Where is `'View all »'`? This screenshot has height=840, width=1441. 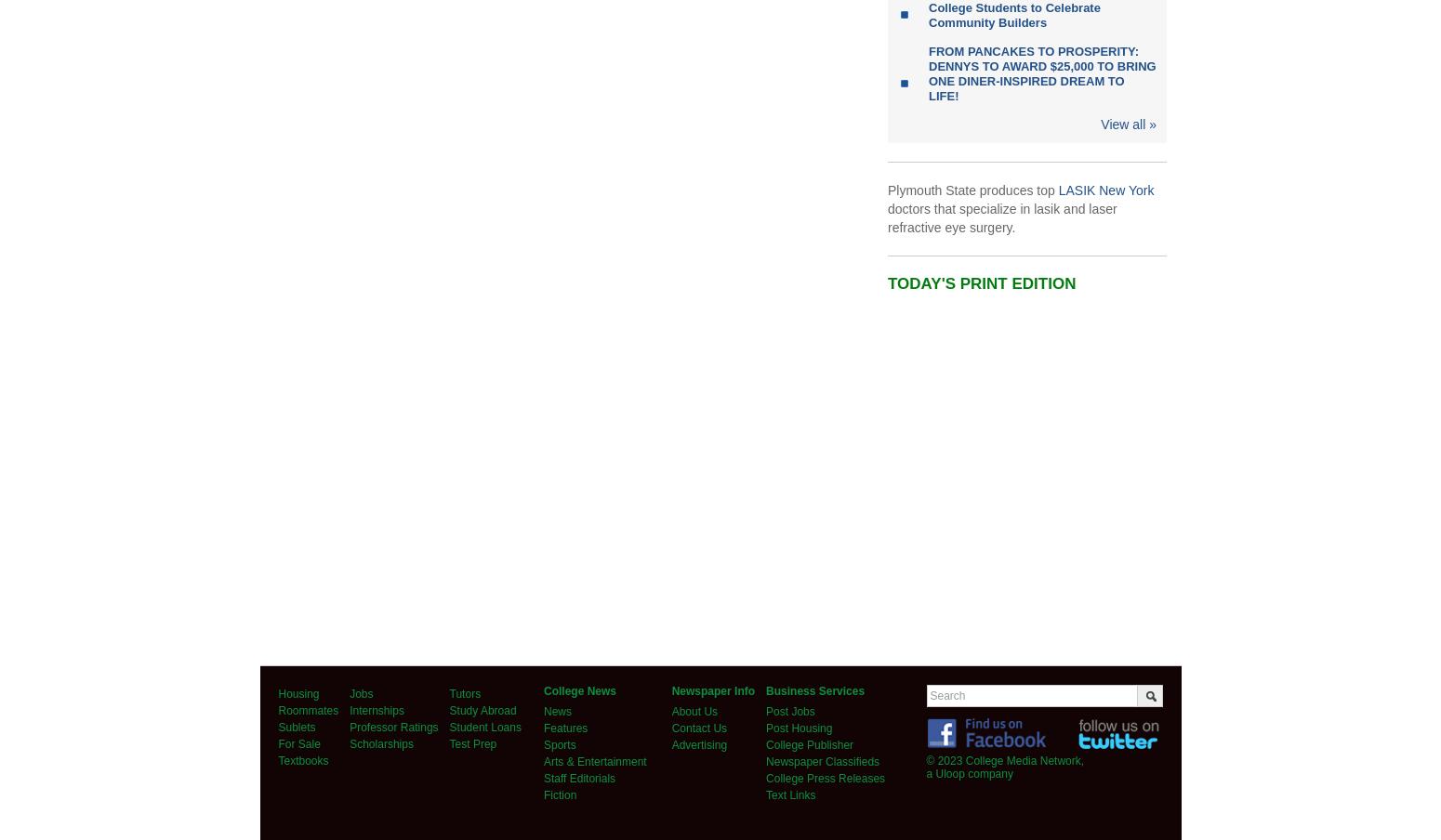
'View all »' is located at coordinates (1128, 123).